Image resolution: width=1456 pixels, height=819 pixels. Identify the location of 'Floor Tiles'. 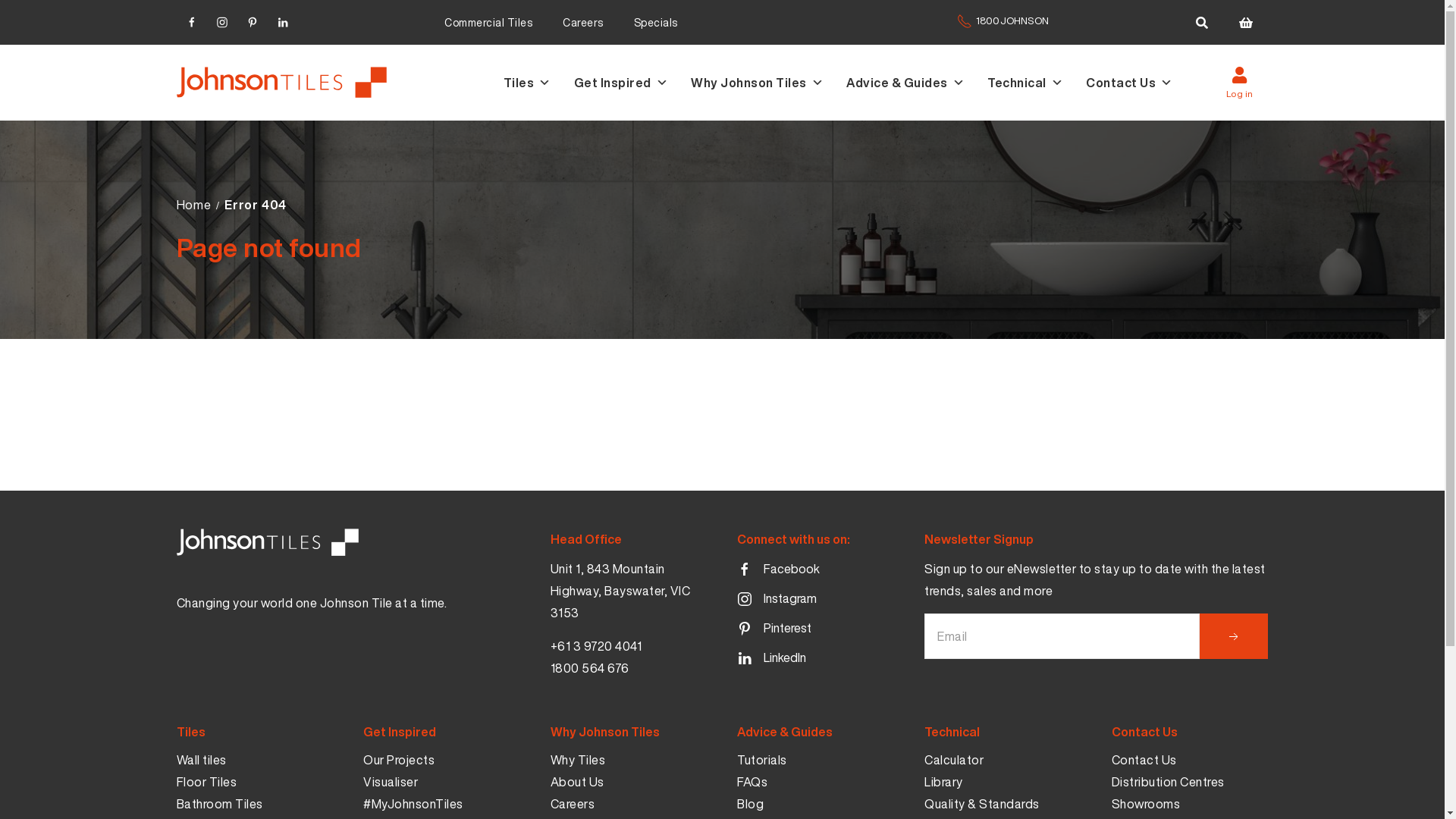
(206, 782).